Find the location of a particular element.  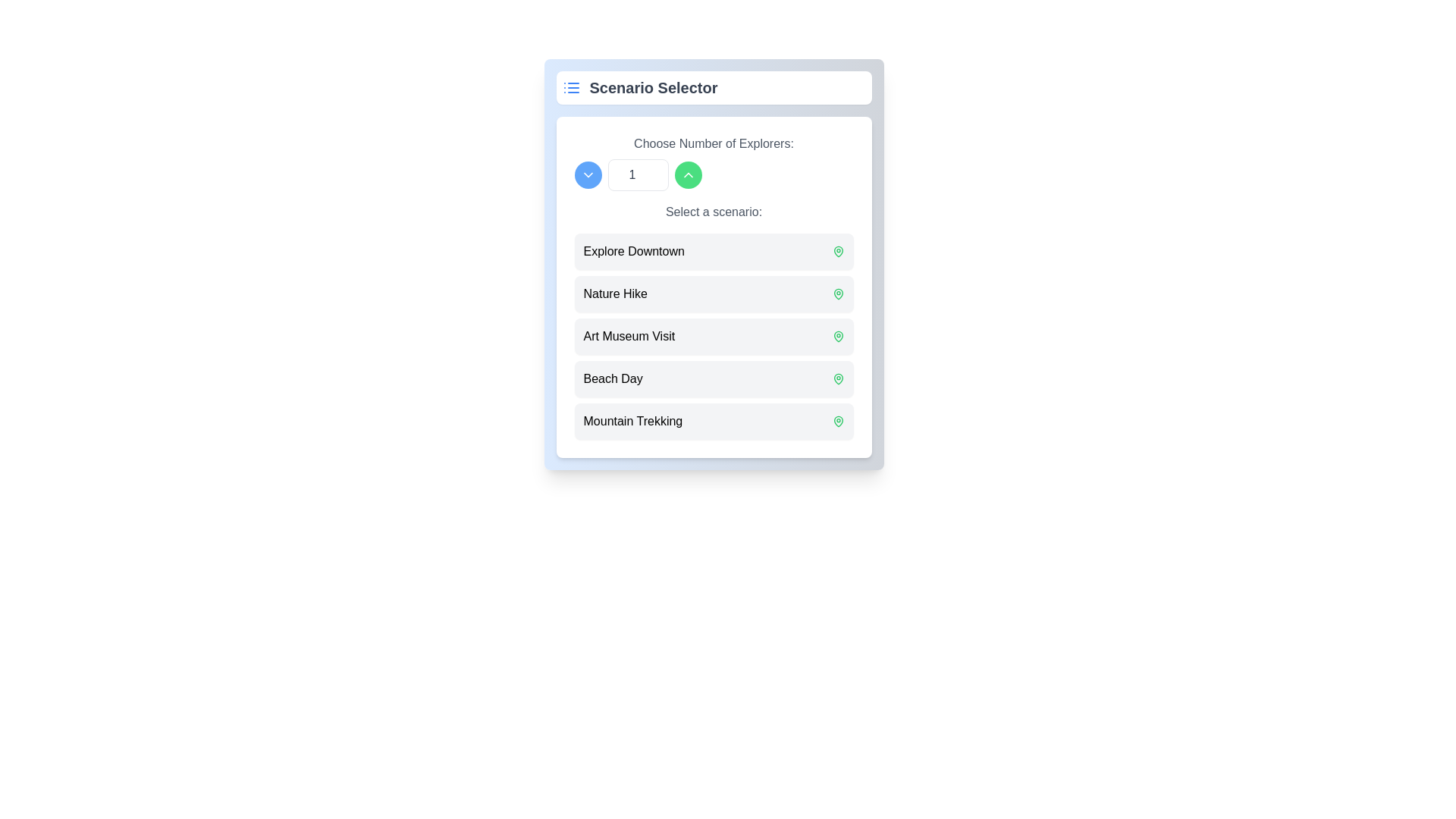

to select the 'Nature Hike' scenario from the second item in the vertical list of options, located below 'Explore Downtown' and above 'Art Museum Visit' is located at coordinates (713, 294).